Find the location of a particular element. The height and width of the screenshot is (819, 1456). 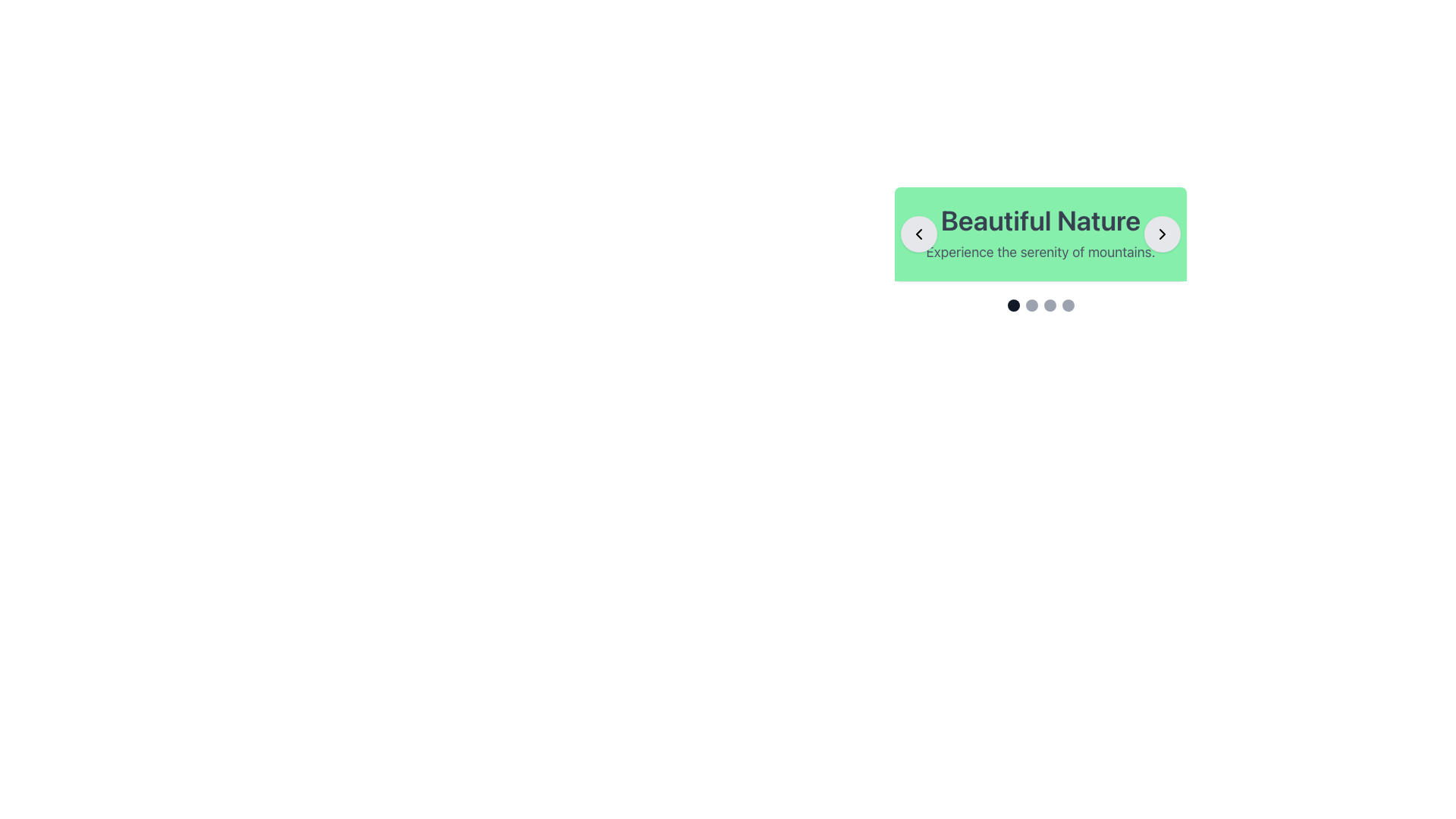

the chevron right icon within the circular gray button on the right edge of the green panel is located at coordinates (1161, 234).